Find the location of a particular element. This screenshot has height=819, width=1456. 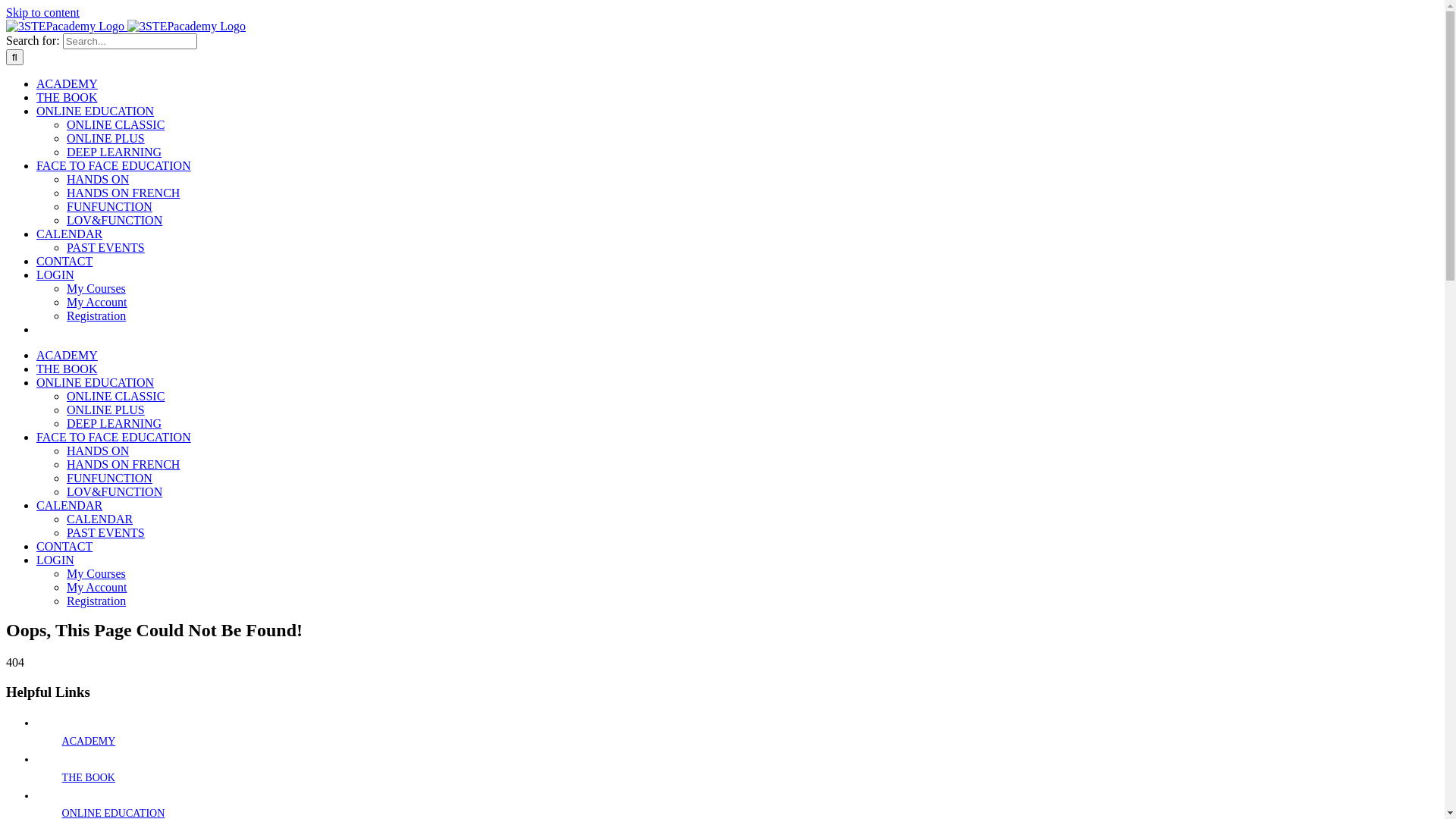

'LOGIN' is located at coordinates (55, 560).